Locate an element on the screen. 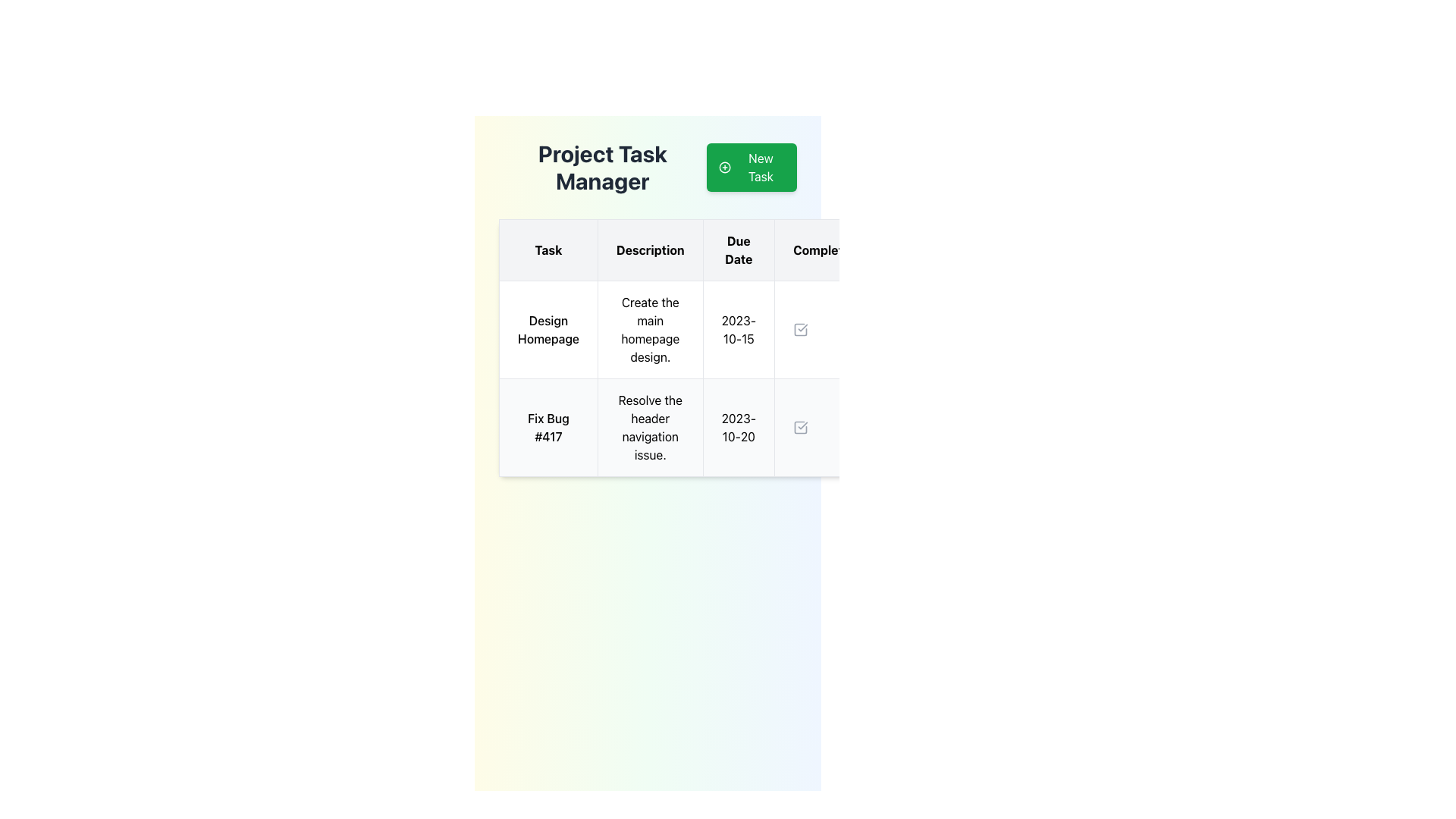 The width and height of the screenshot is (1456, 819). the interactive components within the first row of the task entry table, which details the task title, description, and due date, located just above the 'Fix Bug #417' row is located at coordinates (723, 329).